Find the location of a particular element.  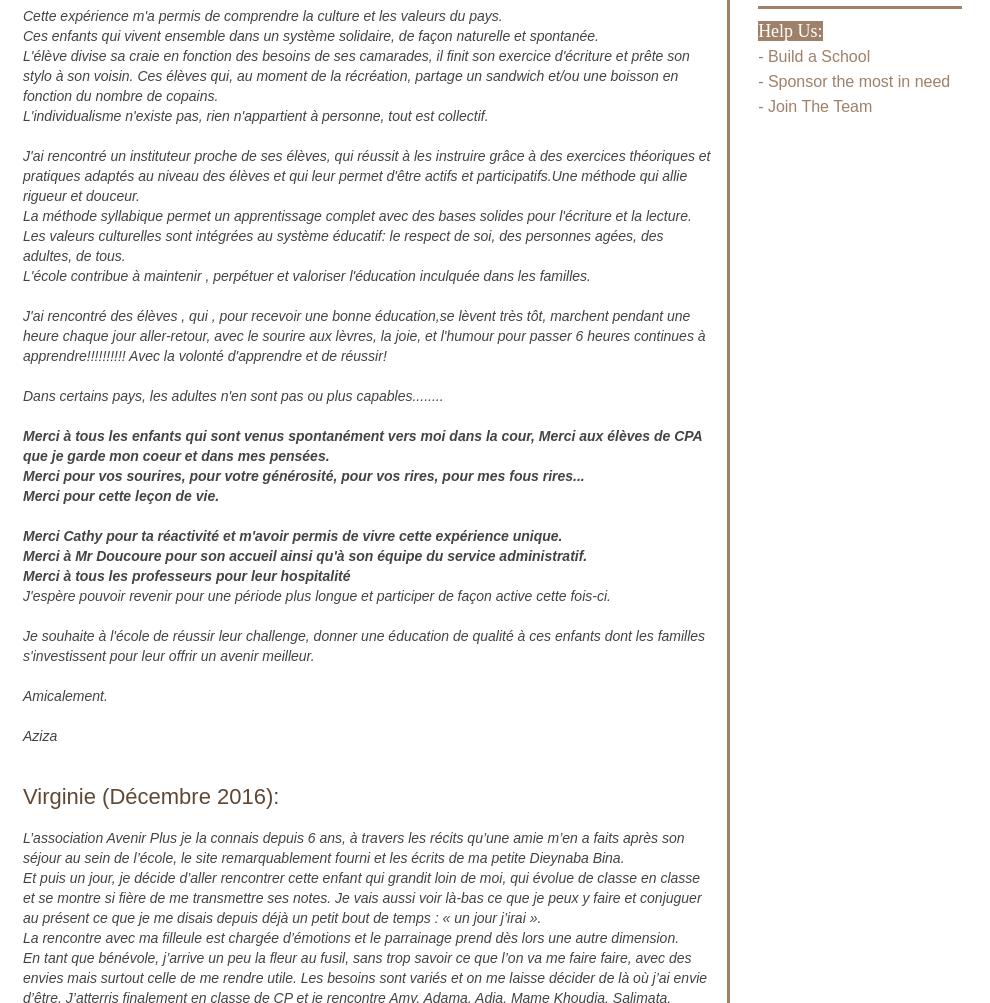

'Cette expérience m'a permis de comprendre la culture et les valeurs du pays.' is located at coordinates (262, 15).